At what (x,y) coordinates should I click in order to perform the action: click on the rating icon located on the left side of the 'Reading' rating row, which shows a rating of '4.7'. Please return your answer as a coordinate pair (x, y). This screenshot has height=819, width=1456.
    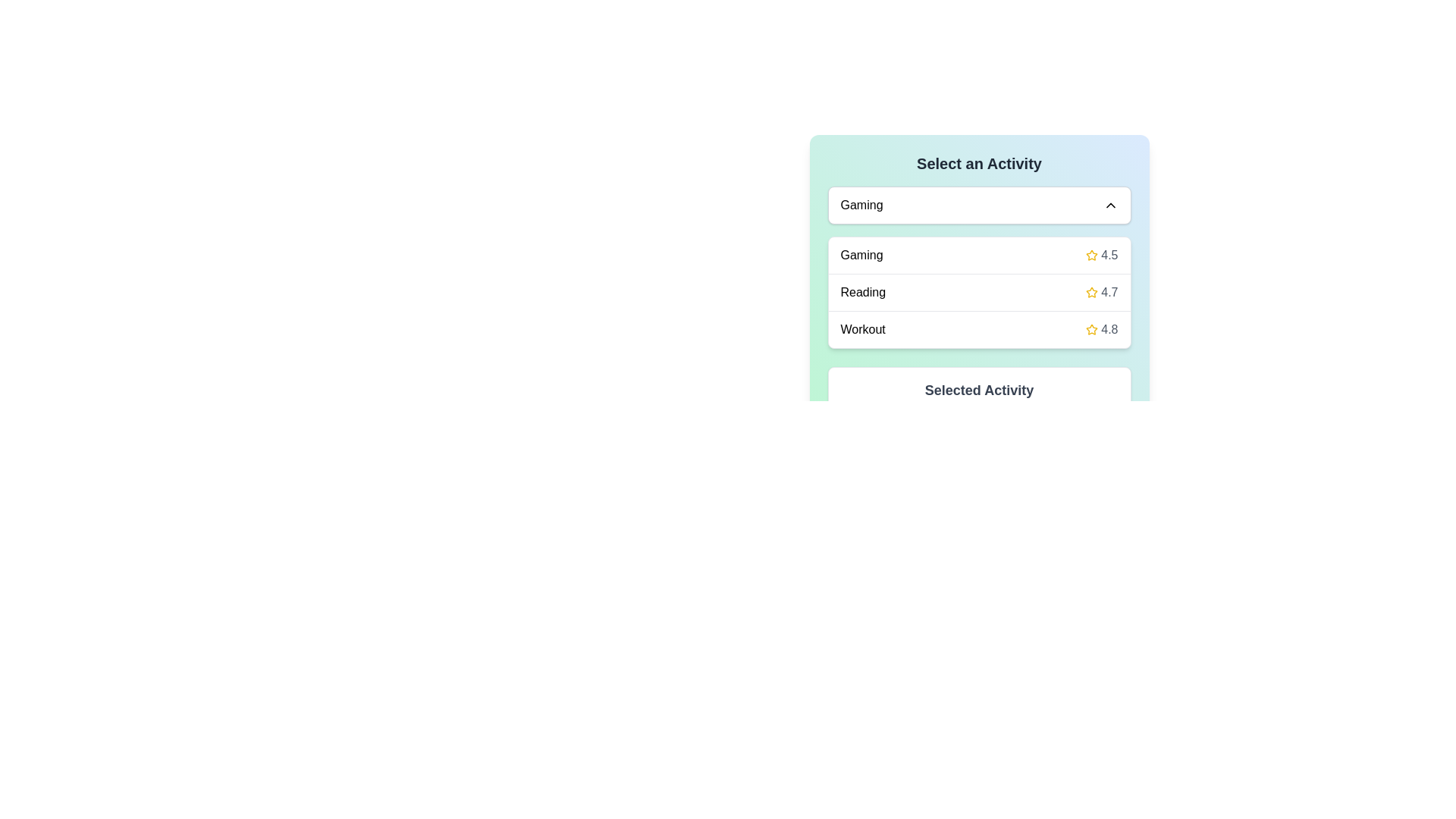
    Looking at the image, I should click on (1092, 292).